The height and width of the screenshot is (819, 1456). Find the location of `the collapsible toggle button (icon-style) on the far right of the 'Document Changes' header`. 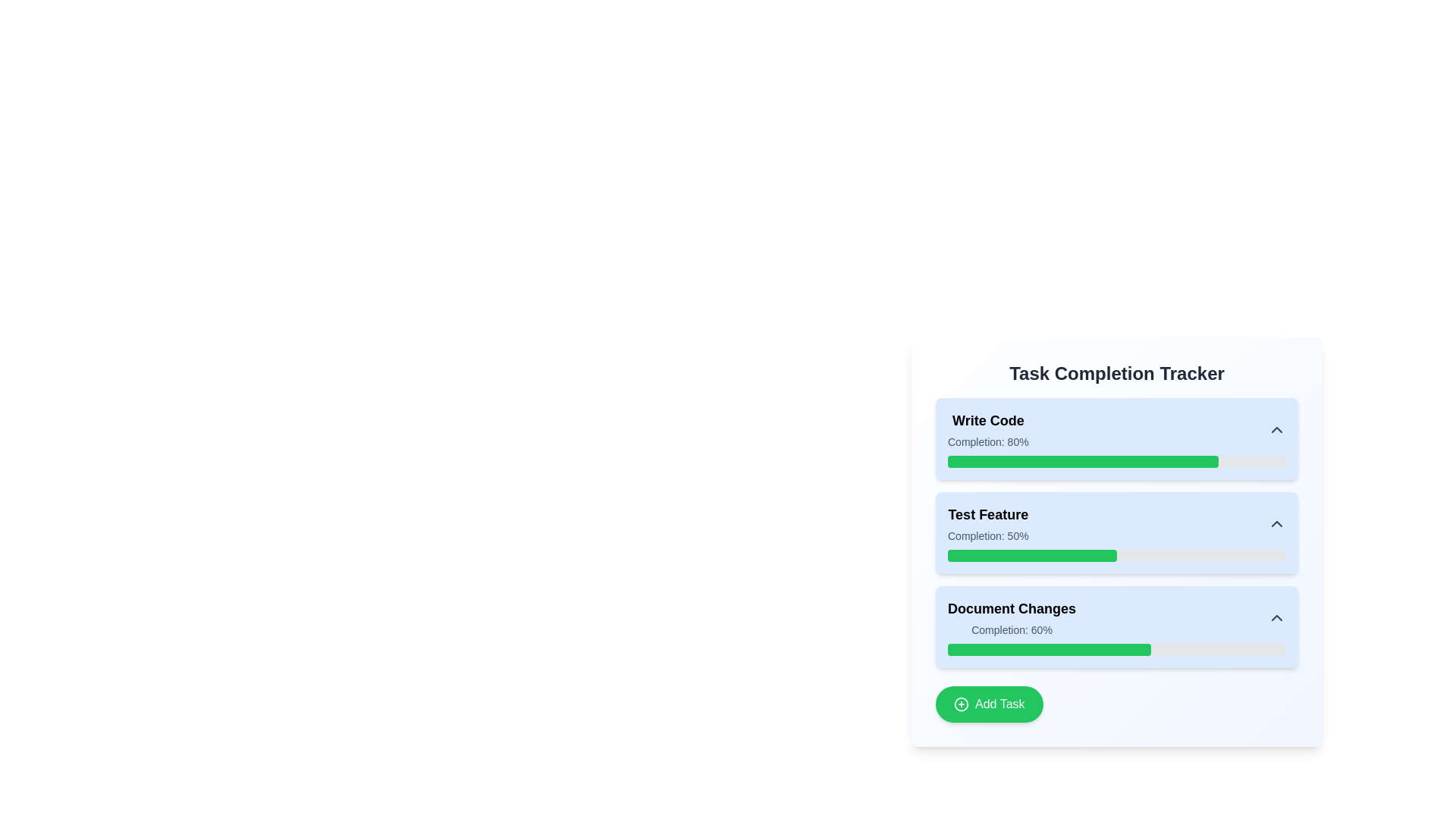

the collapsible toggle button (icon-style) on the far right of the 'Document Changes' header is located at coordinates (1276, 617).